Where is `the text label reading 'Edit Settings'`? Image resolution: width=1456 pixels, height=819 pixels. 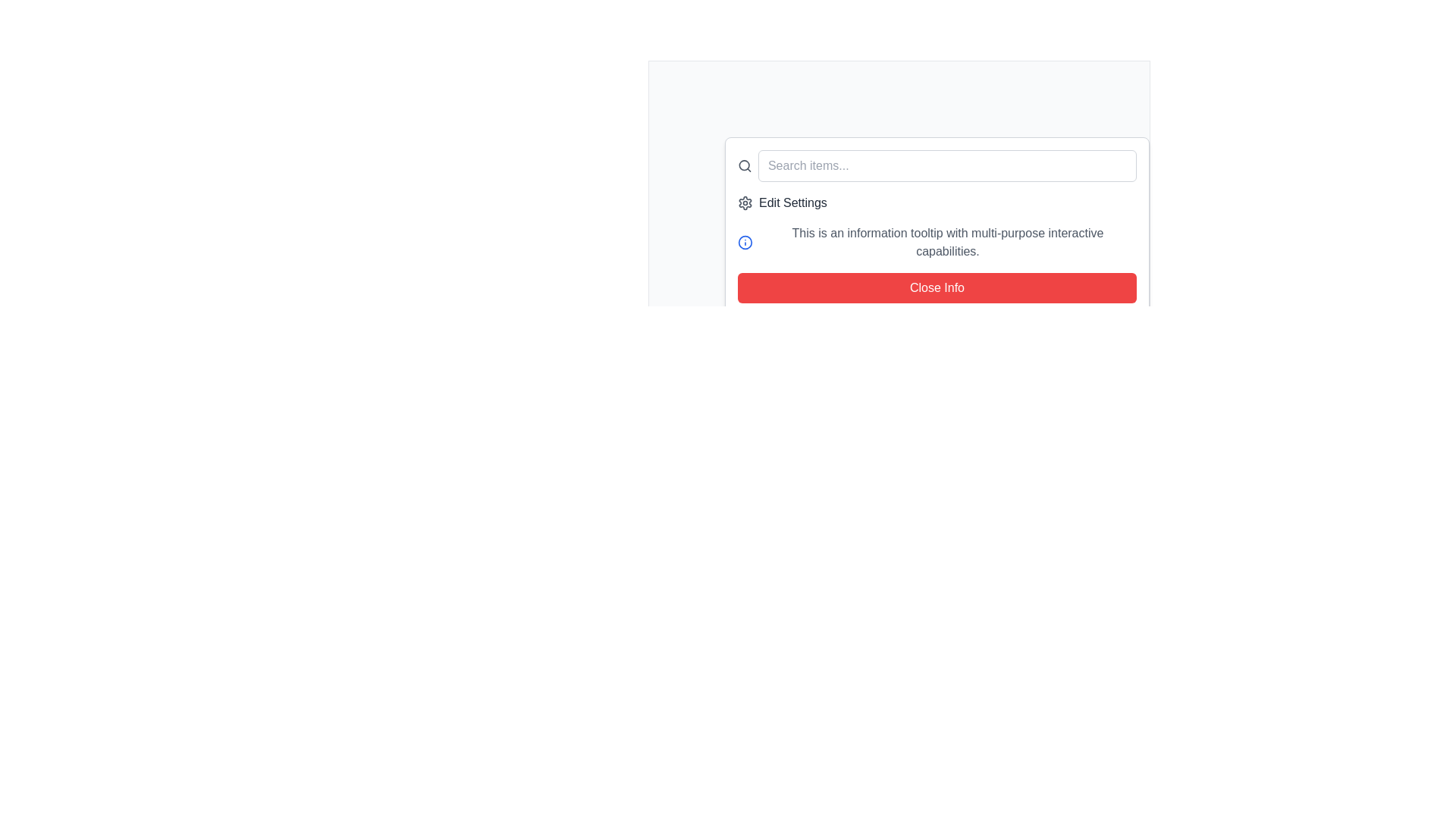 the text label reading 'Edit Settings' is located at coordinates (792, 202).